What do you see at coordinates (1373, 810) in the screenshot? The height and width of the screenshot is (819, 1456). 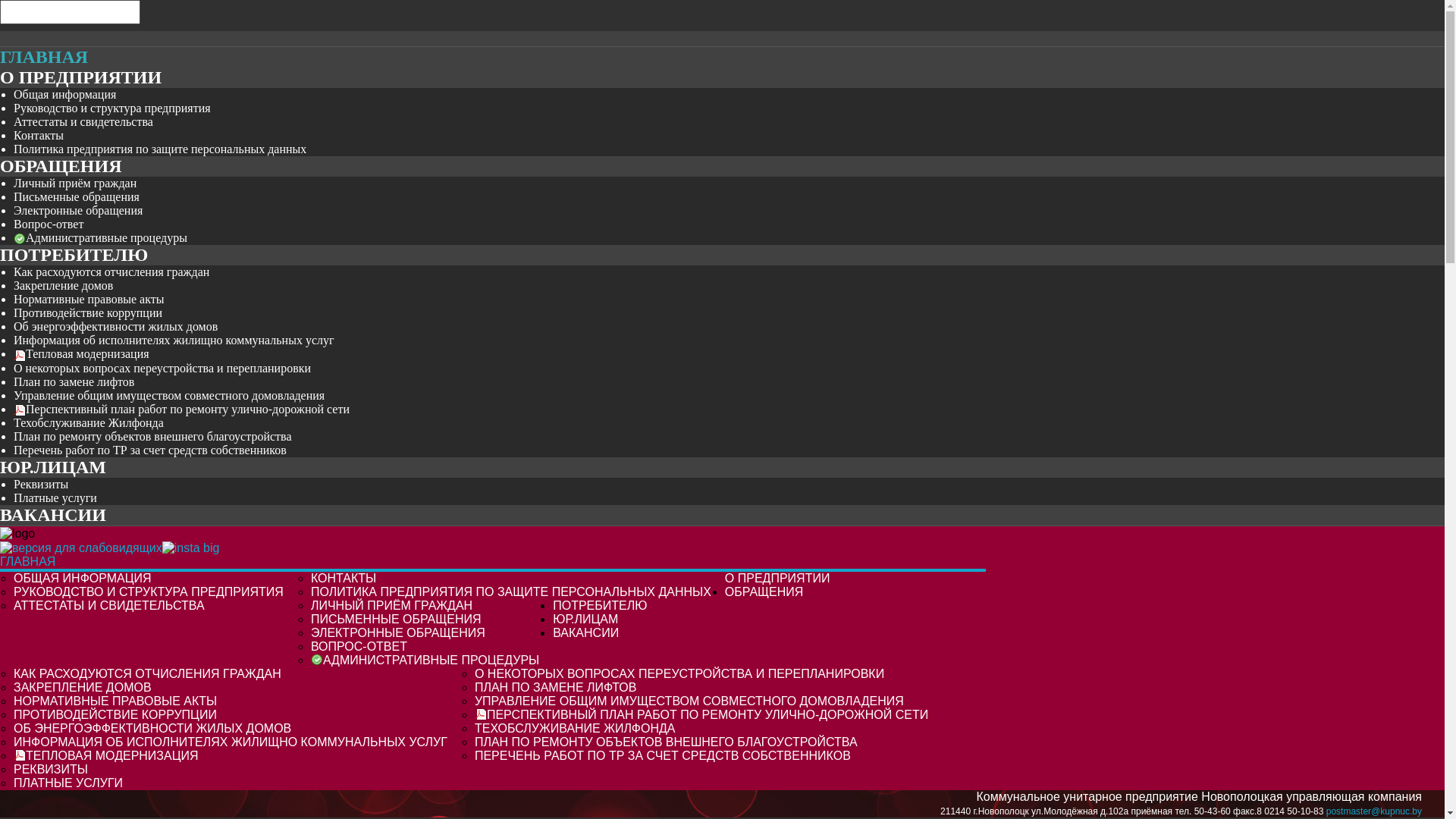 I see `'postmaster@kupnuc.by'` at bounding box center [1373, 810].